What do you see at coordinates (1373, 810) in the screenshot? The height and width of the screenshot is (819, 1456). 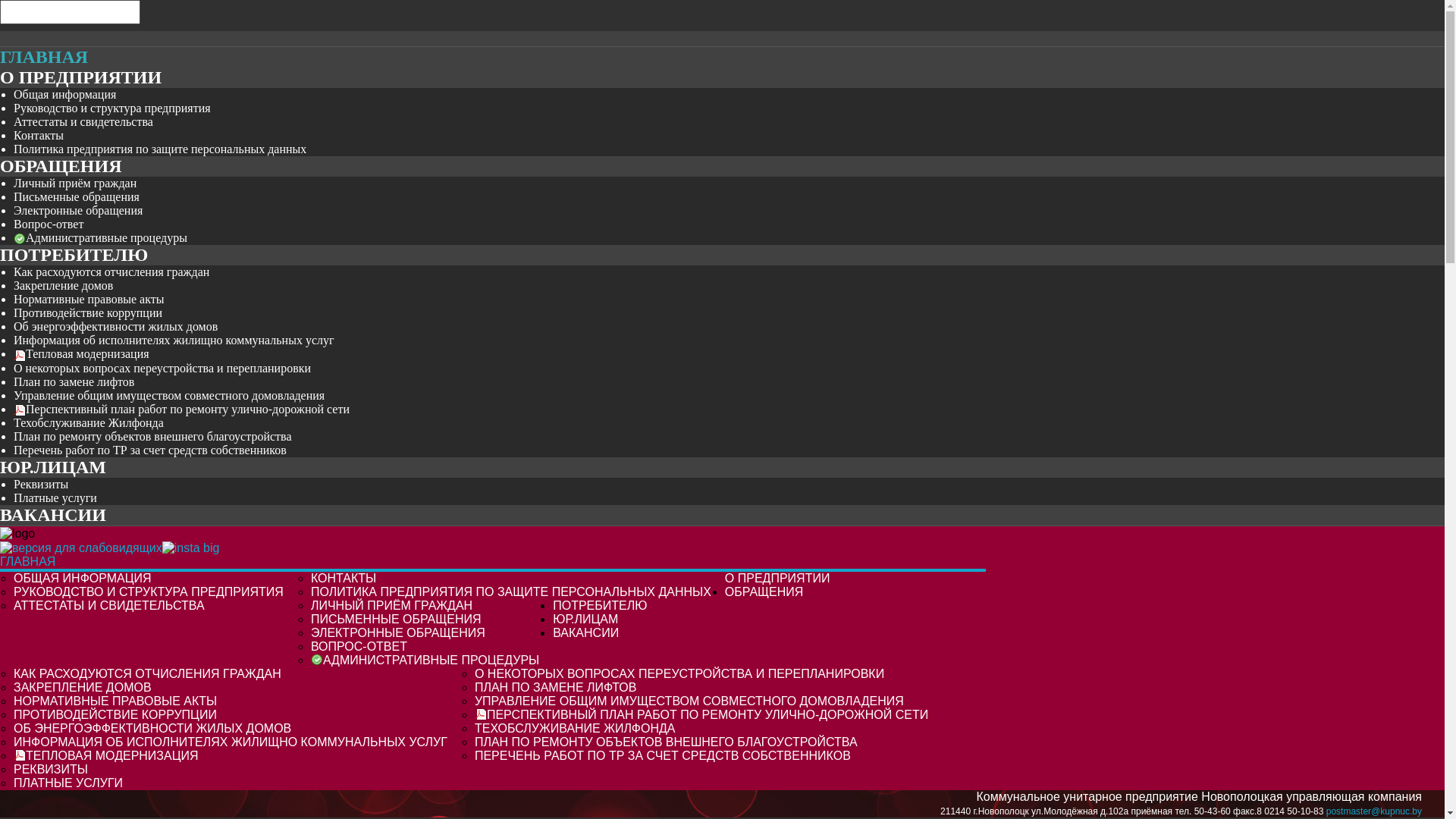 I see `'postmaster@kupnuc.by'` at bounding box center [1373, 810].